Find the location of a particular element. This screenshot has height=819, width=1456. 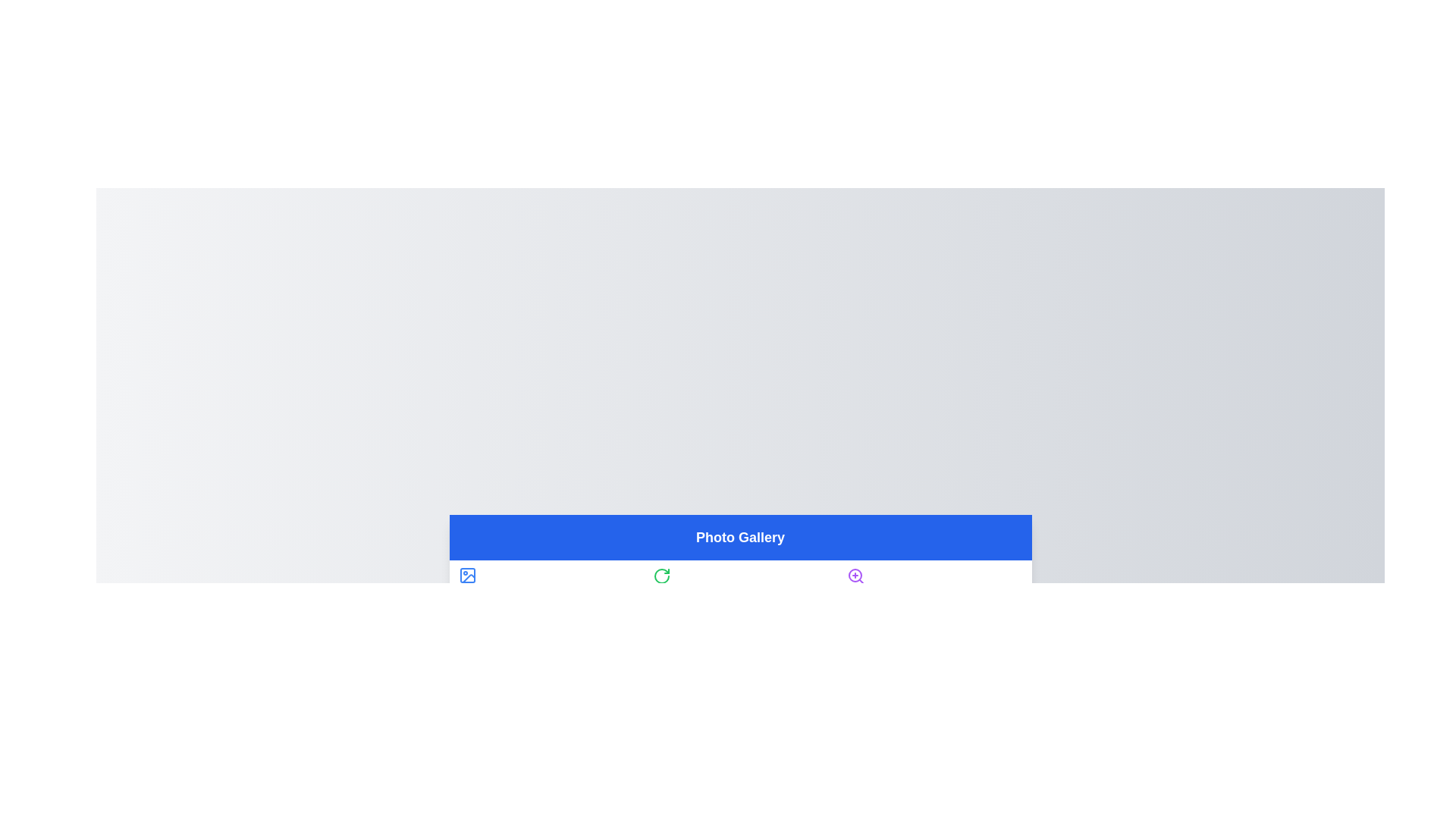

the tab labeled Gallery is located at coordinates (546, 584).